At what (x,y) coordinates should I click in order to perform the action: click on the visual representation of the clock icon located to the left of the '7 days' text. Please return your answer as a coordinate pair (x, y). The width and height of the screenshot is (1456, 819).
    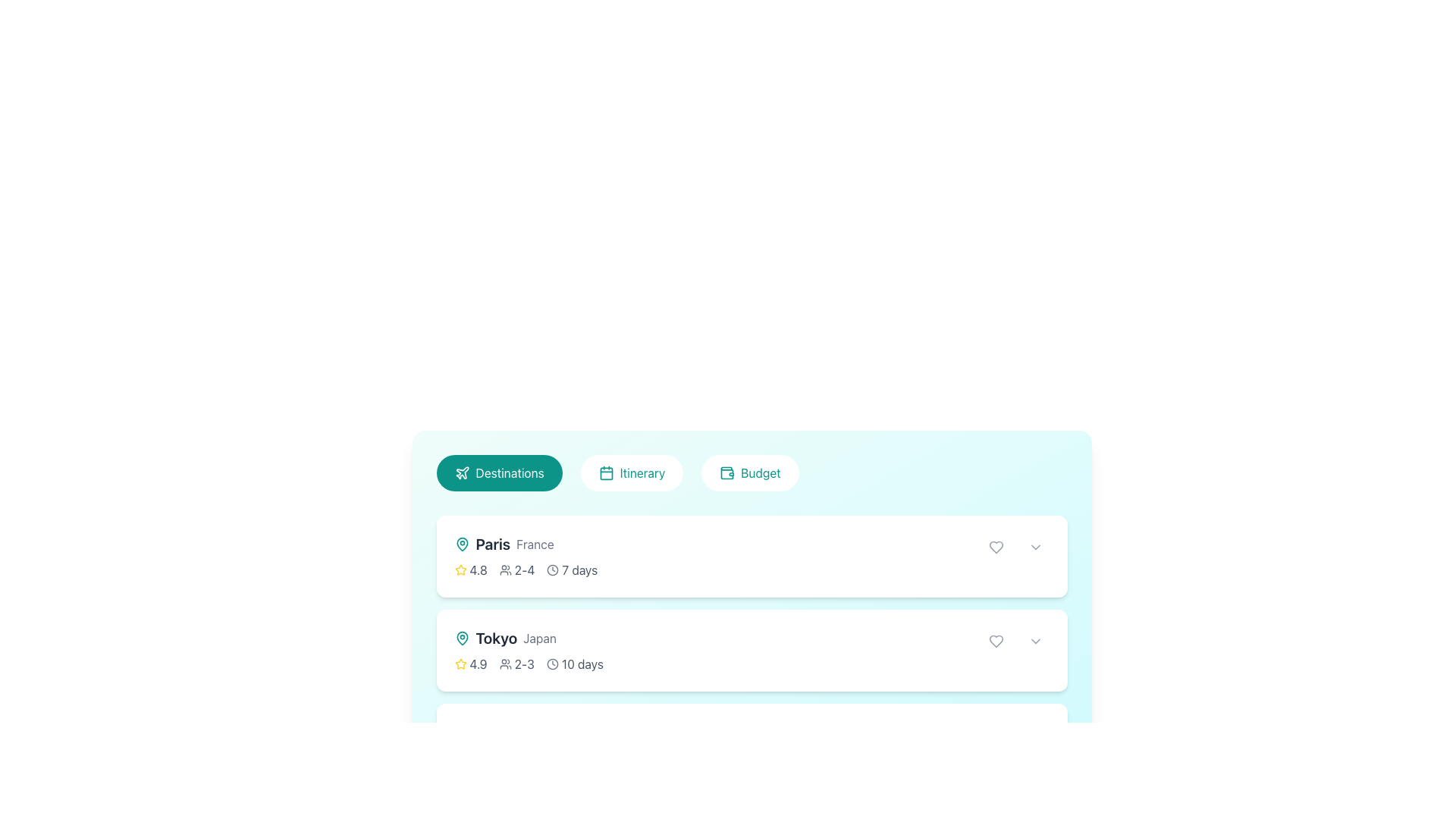
    Looking at the image, I should click on (552, 570).